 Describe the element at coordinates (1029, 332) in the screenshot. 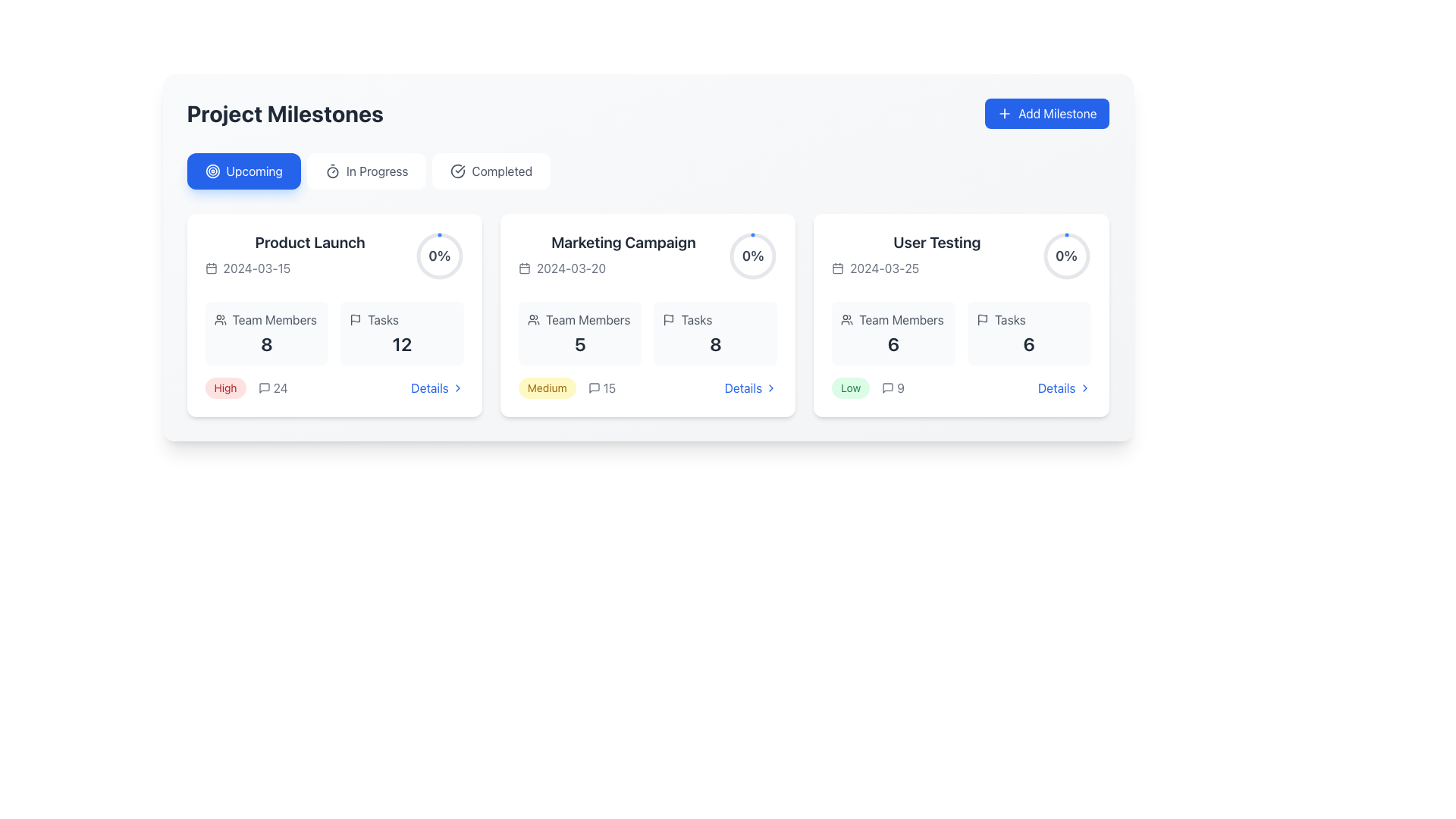

I see `the informational display element that shows the text 'Tasks' with a flag icon and the number 6 beneath it, located in the bottom-right section of the 'User Testing' card` at that location.